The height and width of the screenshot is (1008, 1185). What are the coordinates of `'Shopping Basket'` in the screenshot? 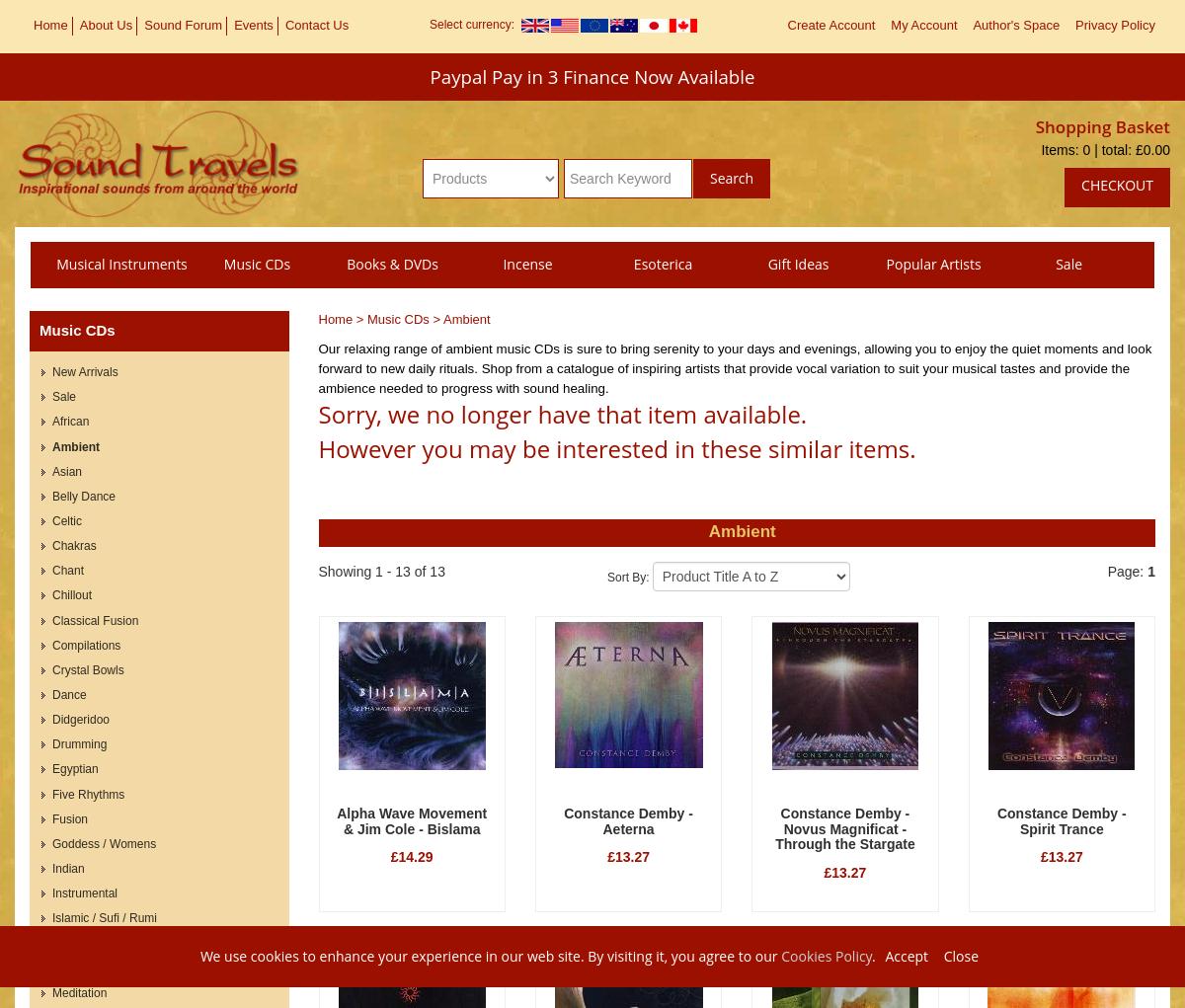 It's located at (1101, 125).